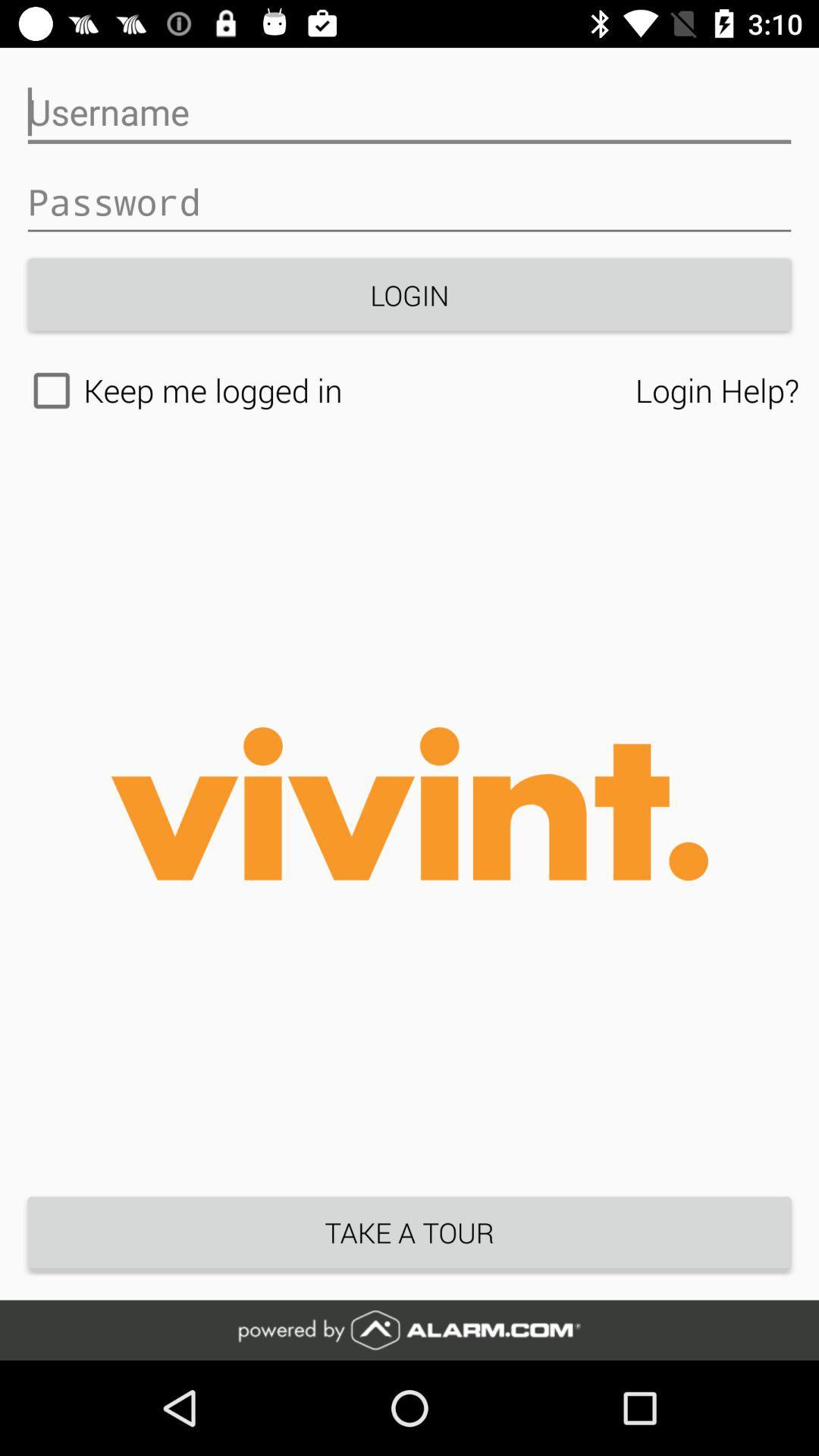  What do you see at coordinates (409, 1232) in the screenshot?
I see `take a tour` at bounding box center [409, 1232].